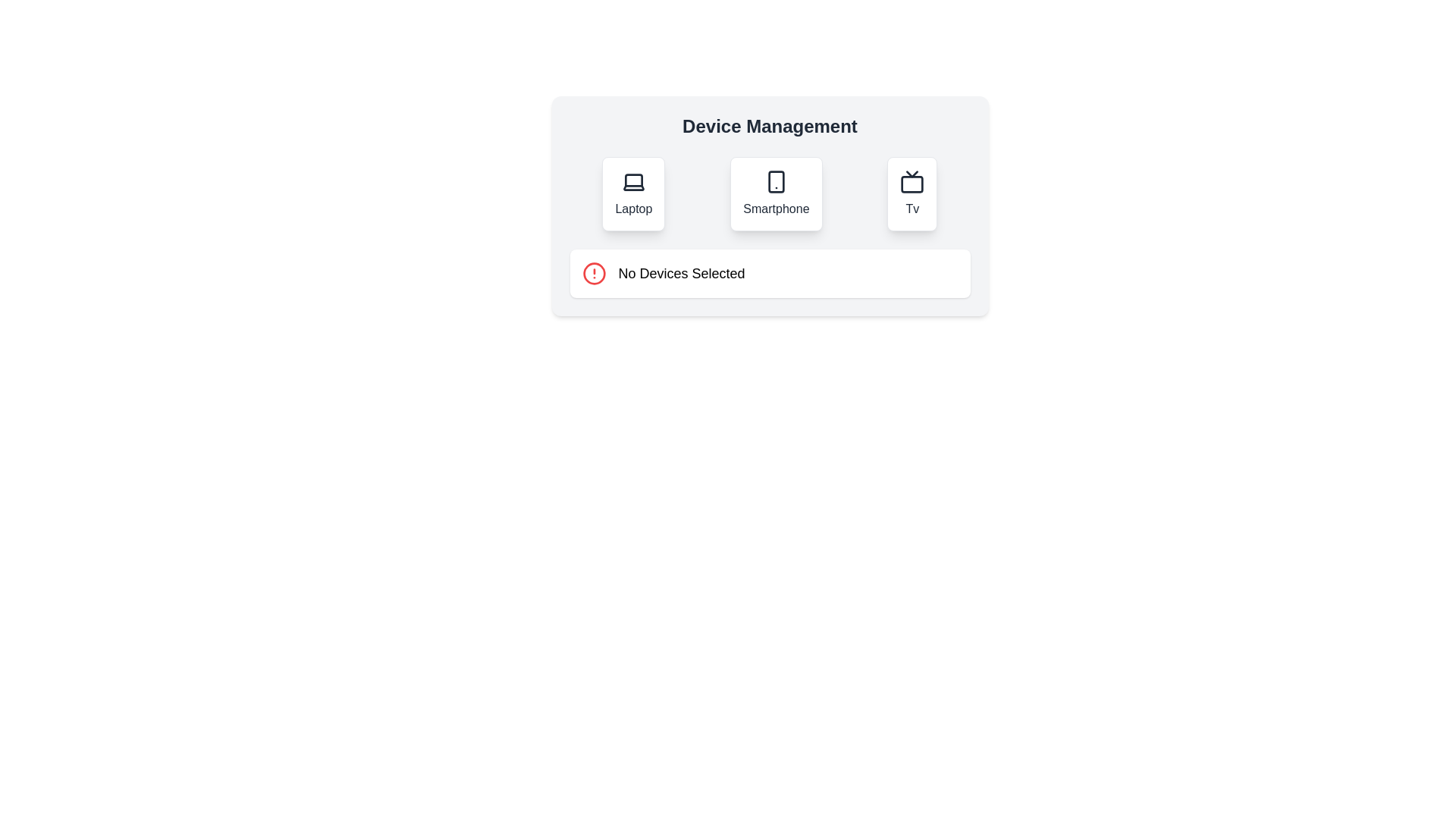  I want to click on the static text label that indicates no devices have been selected, located to the right of an alert icon, so click(681, 274).